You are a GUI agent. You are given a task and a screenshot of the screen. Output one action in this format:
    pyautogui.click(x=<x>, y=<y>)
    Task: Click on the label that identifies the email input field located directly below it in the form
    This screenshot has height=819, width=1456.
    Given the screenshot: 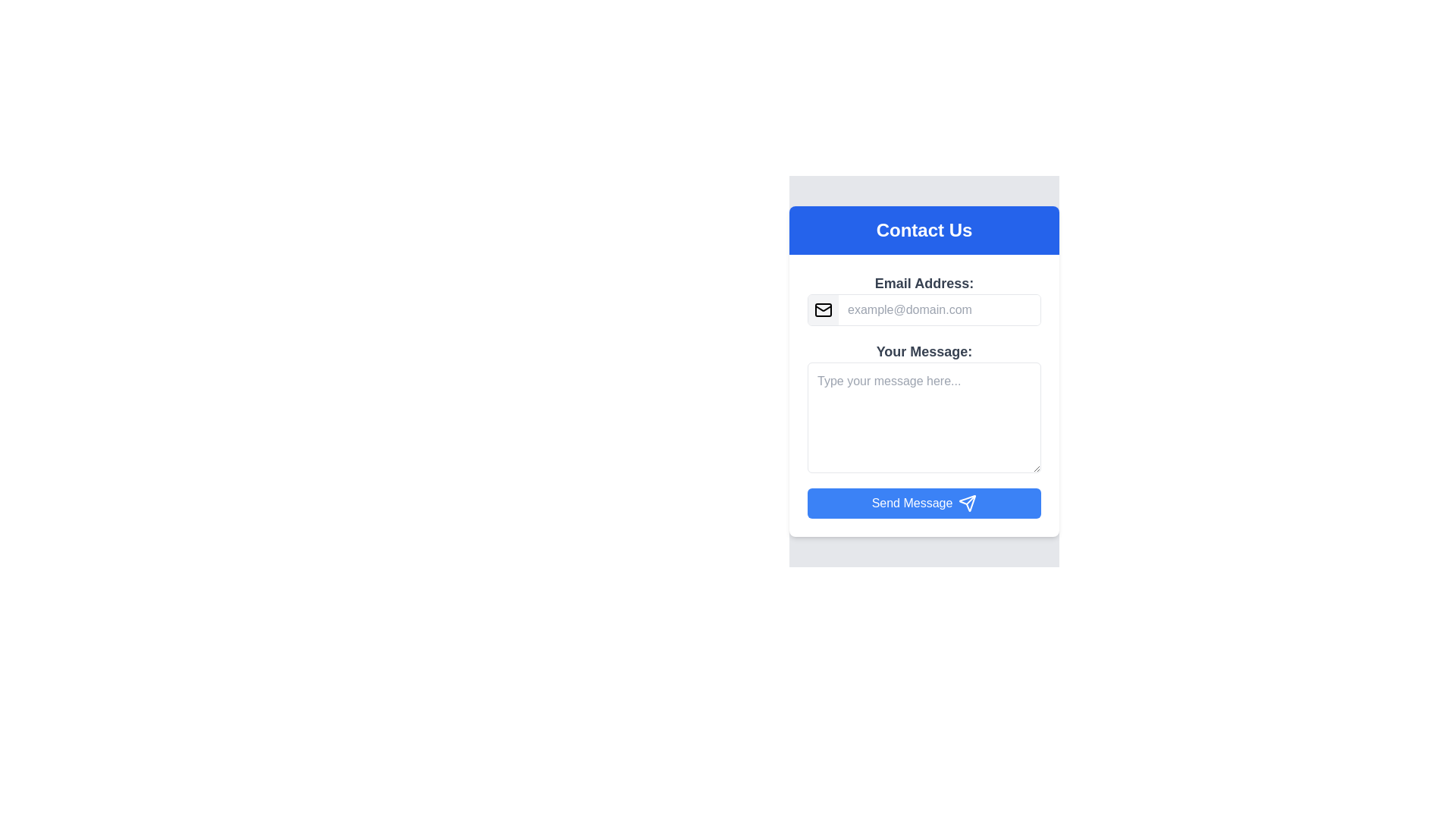 What is the action you would take?
    pyautogui.click(x=924, y=284)
    